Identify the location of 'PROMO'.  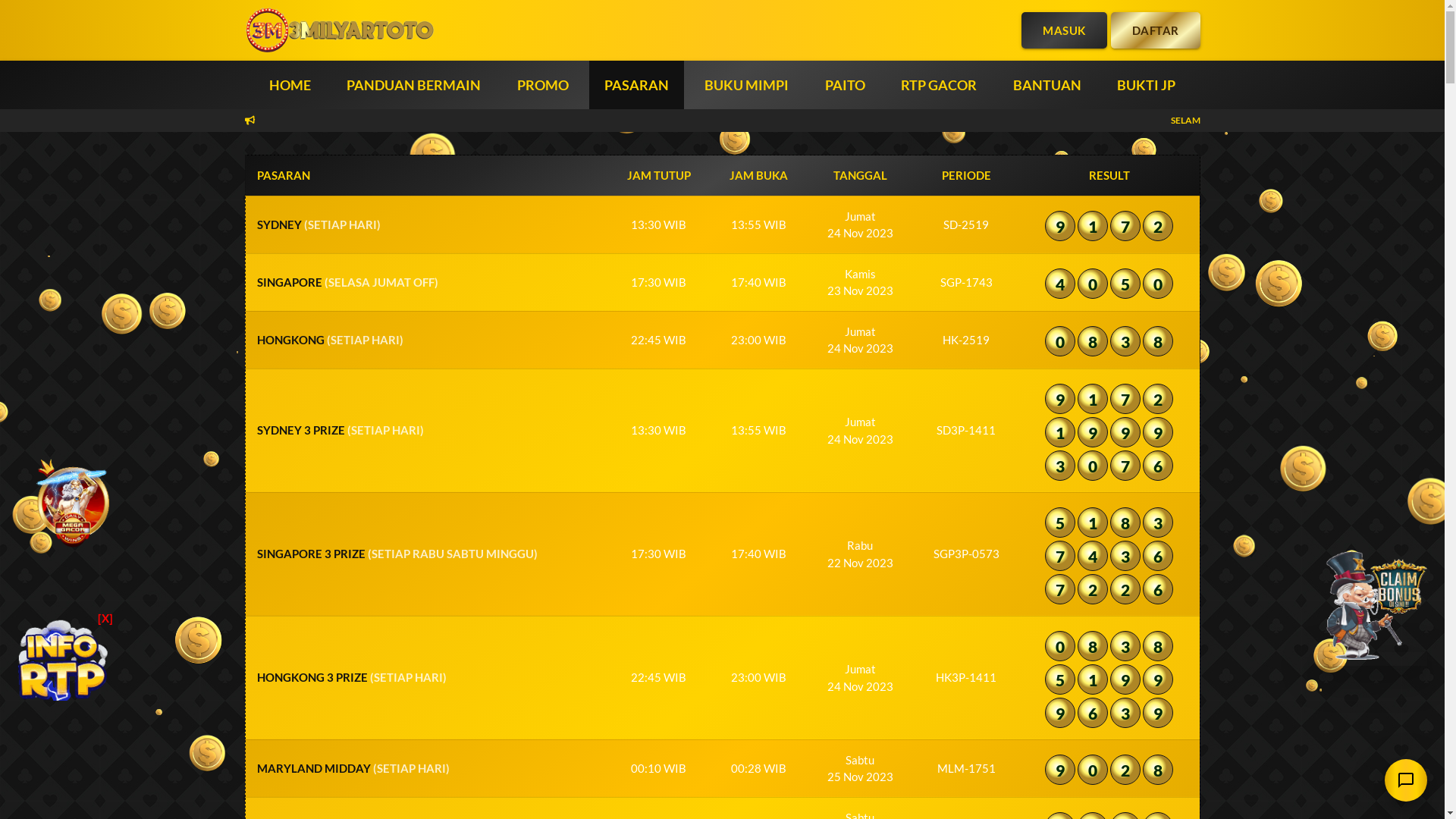
(542, 84).